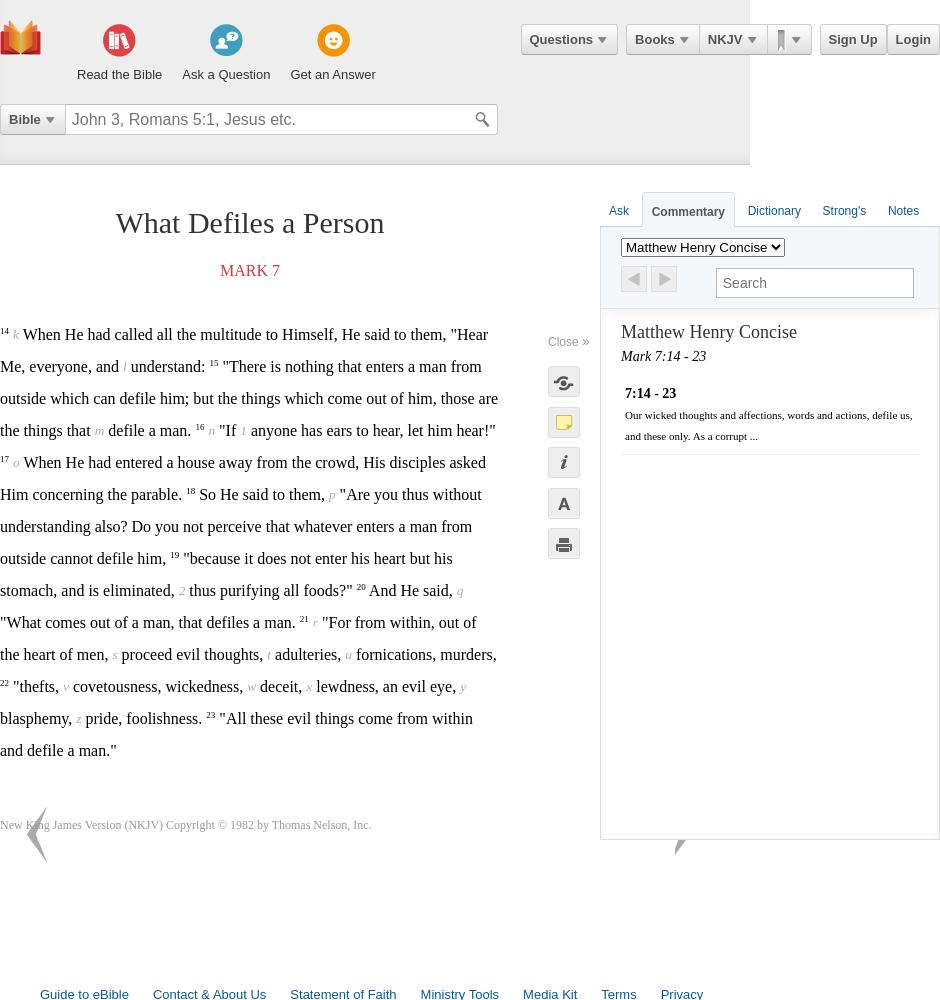  What do you see at coordinates (263, 493) in the screenshot?
I see `'So He said to them,'` at bounding box center [263, 493].